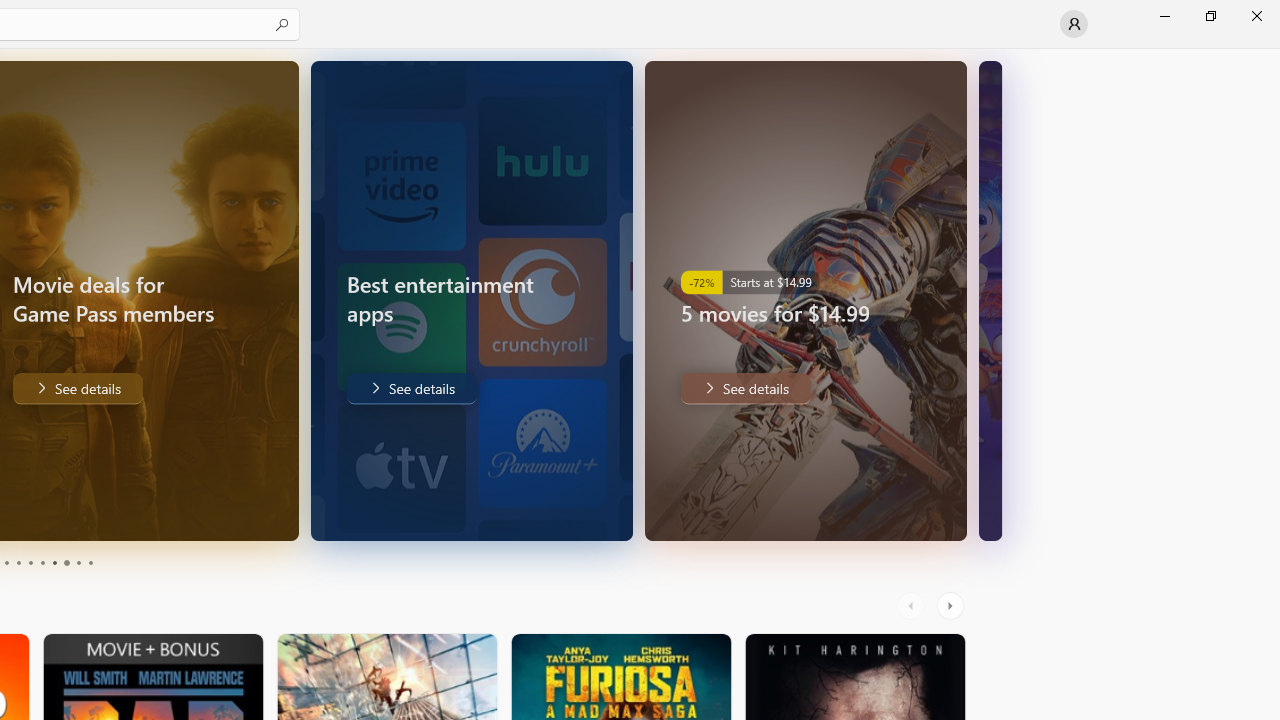  Describe the element at coordinates (17, 563) in the screenshot. I see `'Page 4'` at that location.